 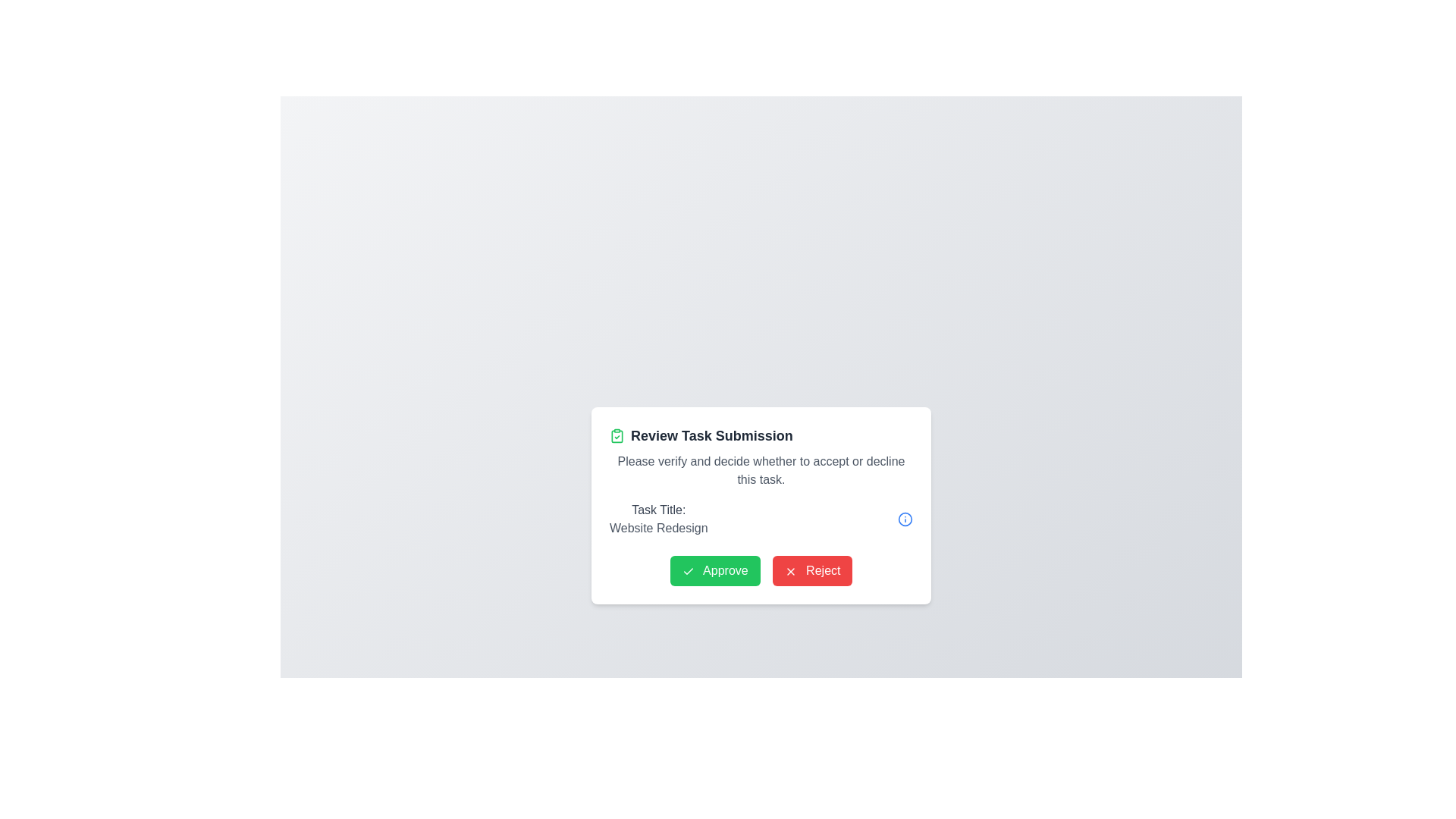 I want to click on the text label displaying 'Review Task Submission' in bold, located at the top of the content card, which has an accompanying green clipboard icon, so click(x=761, y=435).